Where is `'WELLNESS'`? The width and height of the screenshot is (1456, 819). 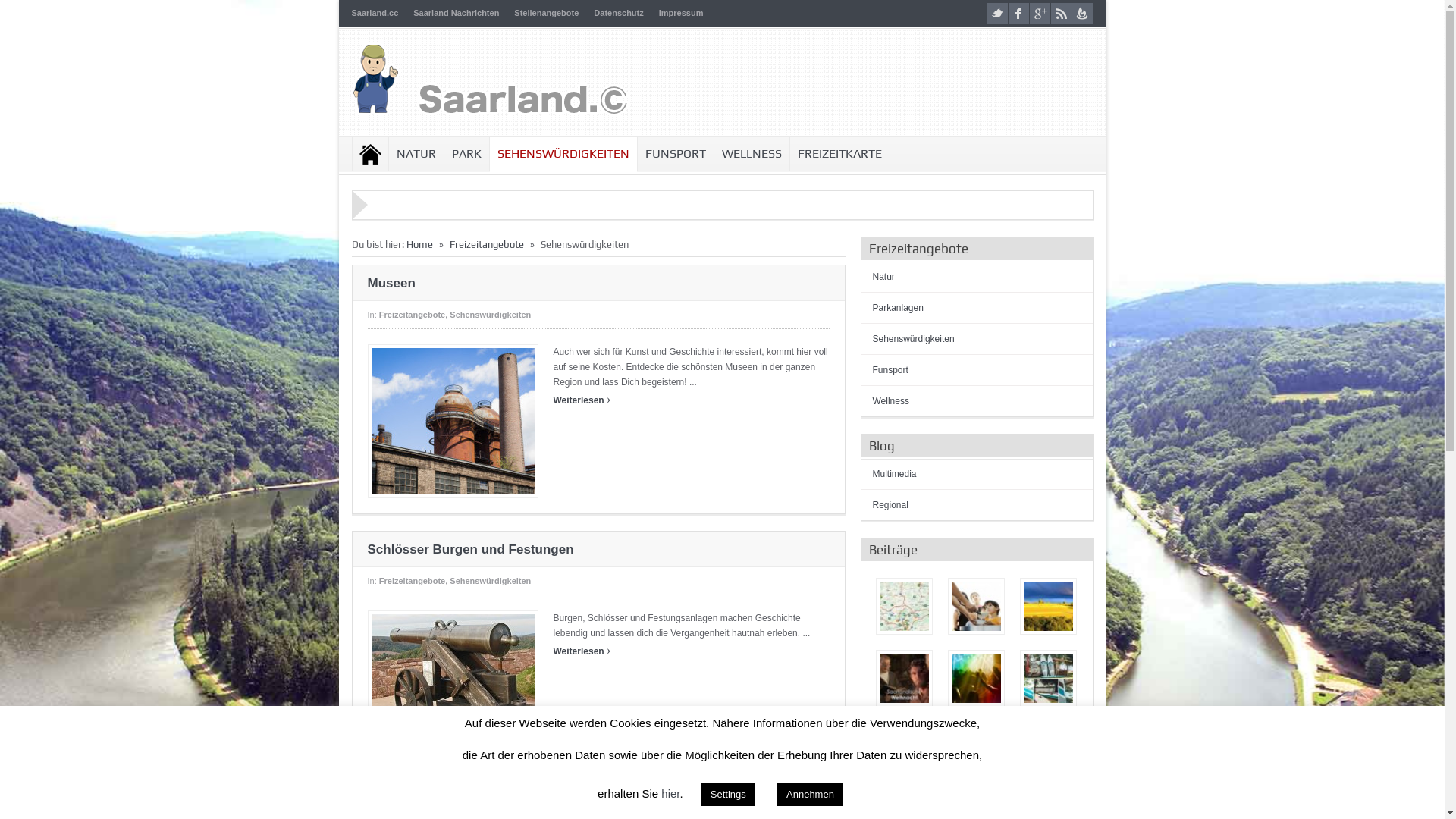 'WELLNESS' is located at coordinates (752, 154).